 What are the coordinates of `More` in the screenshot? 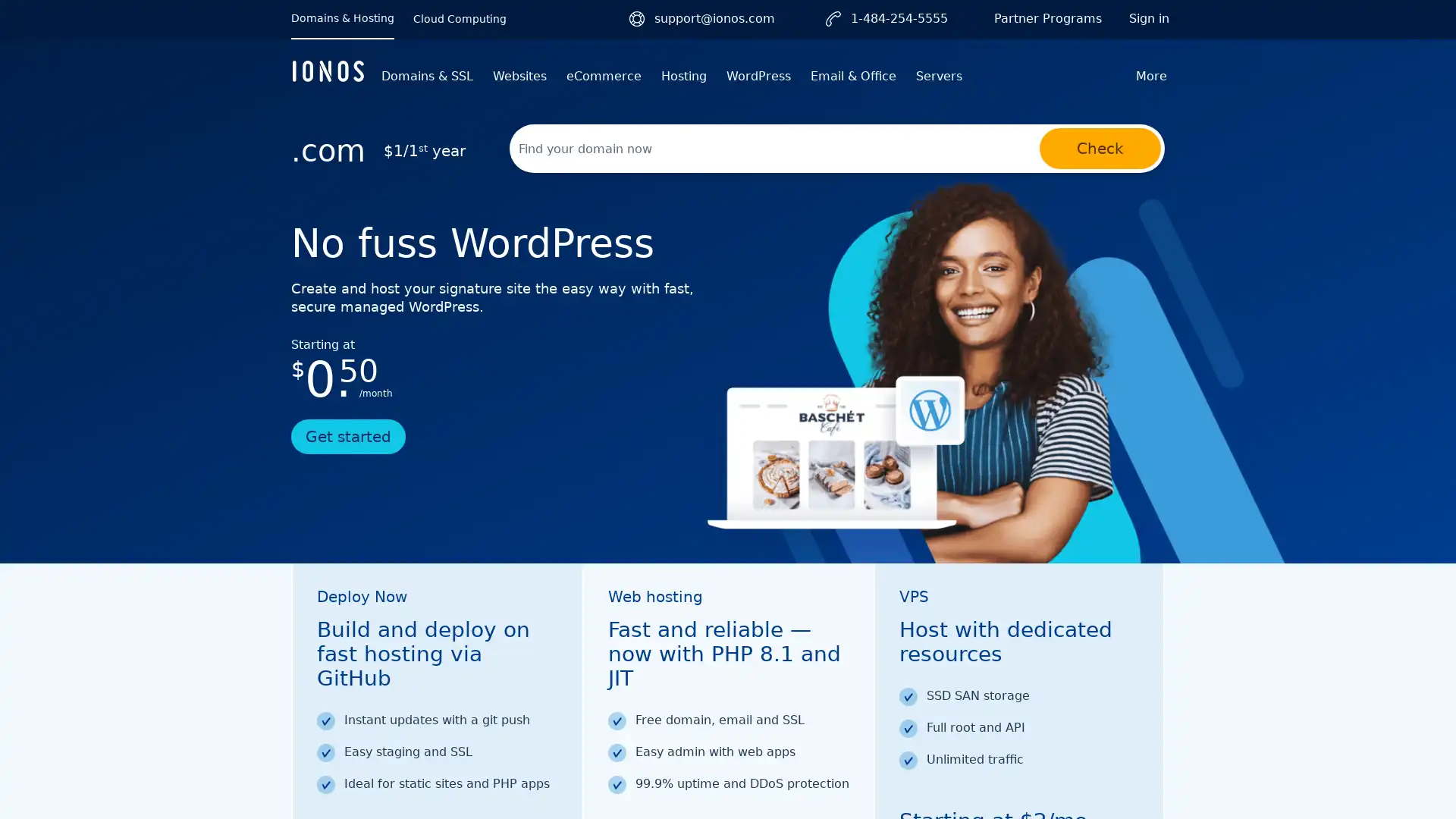 It's located at (1151, 76).